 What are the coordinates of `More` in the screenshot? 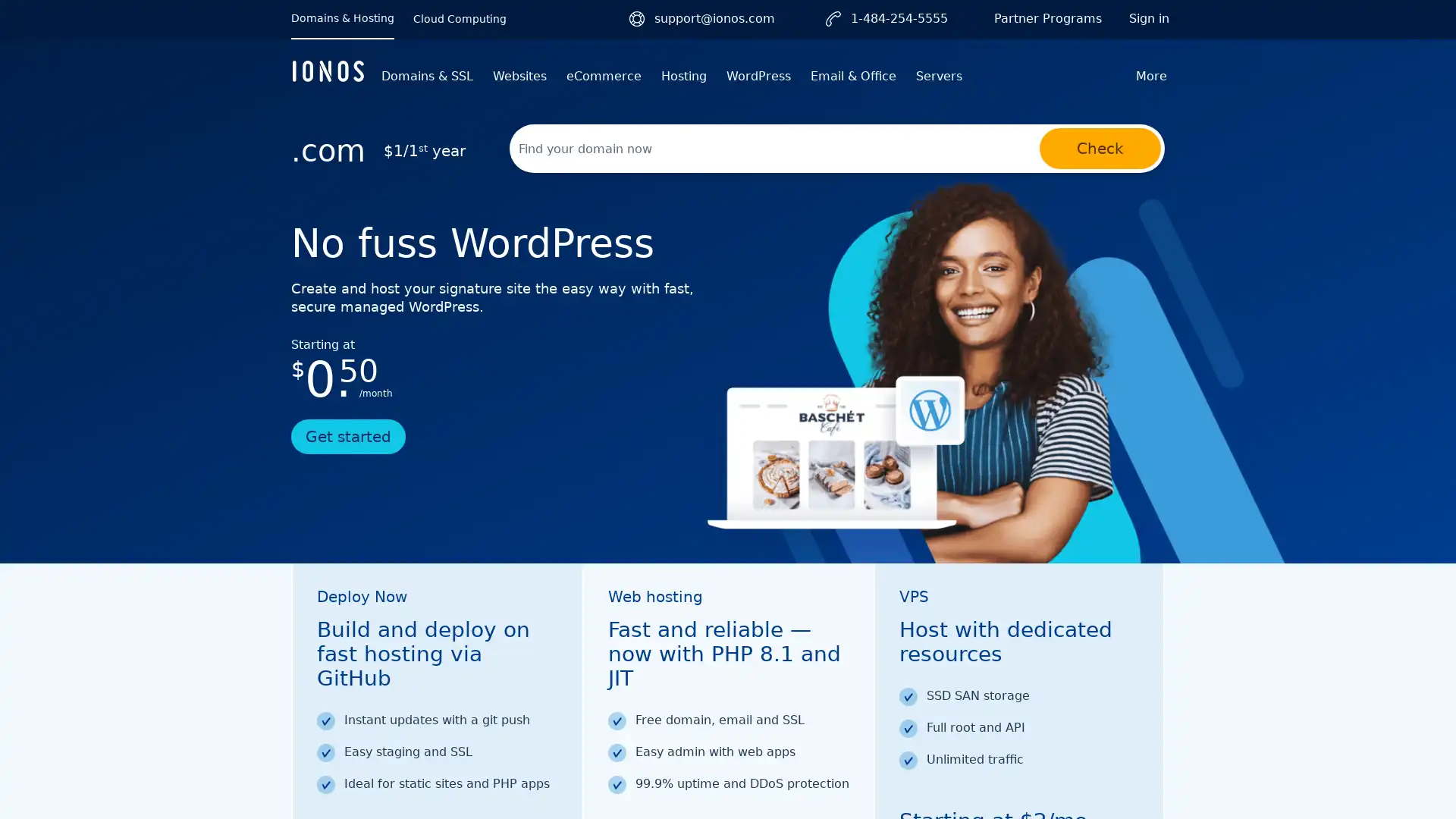 It's located at (1151, 76).